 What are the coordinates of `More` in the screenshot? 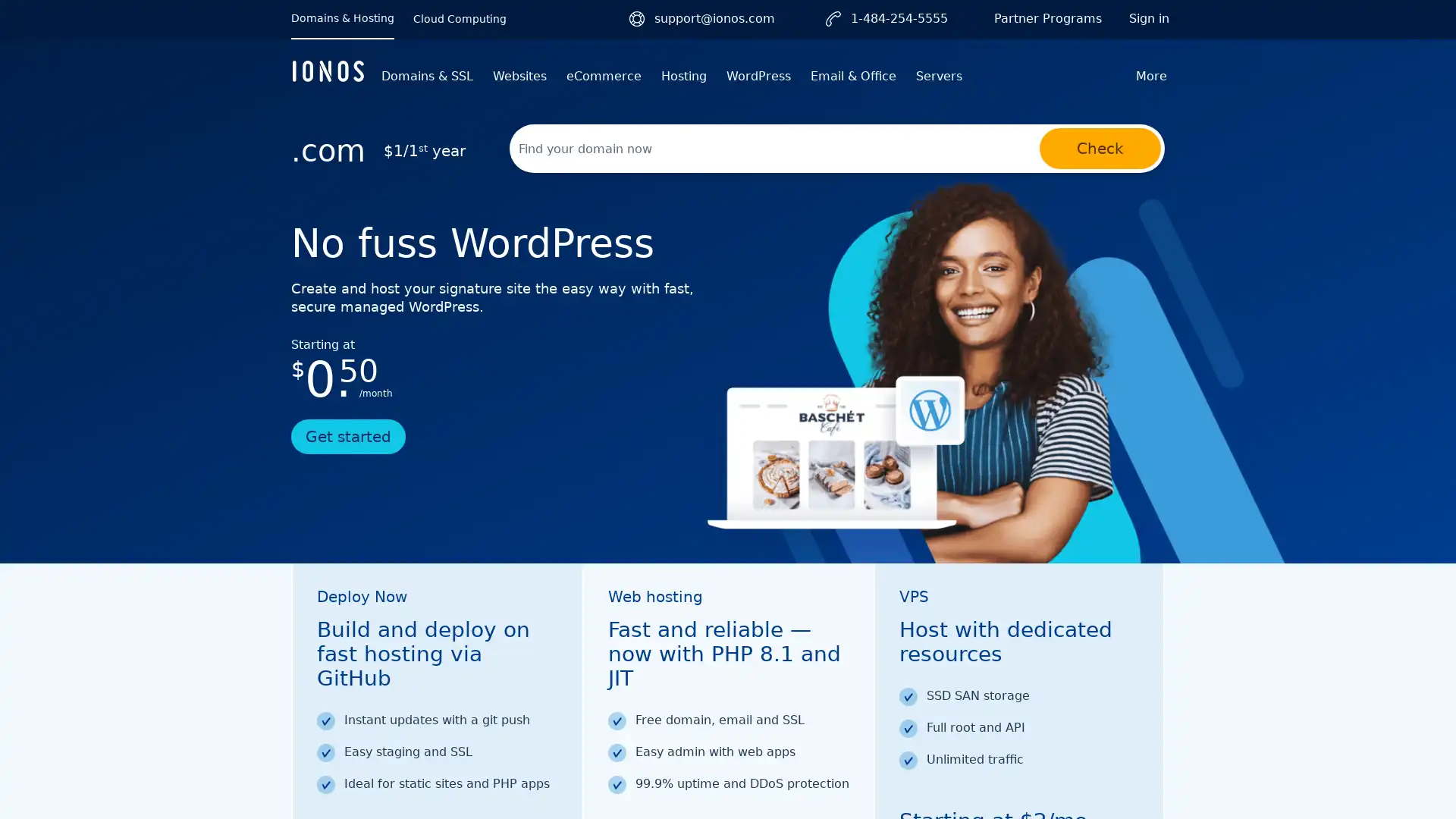 It's located at (1151, 76).